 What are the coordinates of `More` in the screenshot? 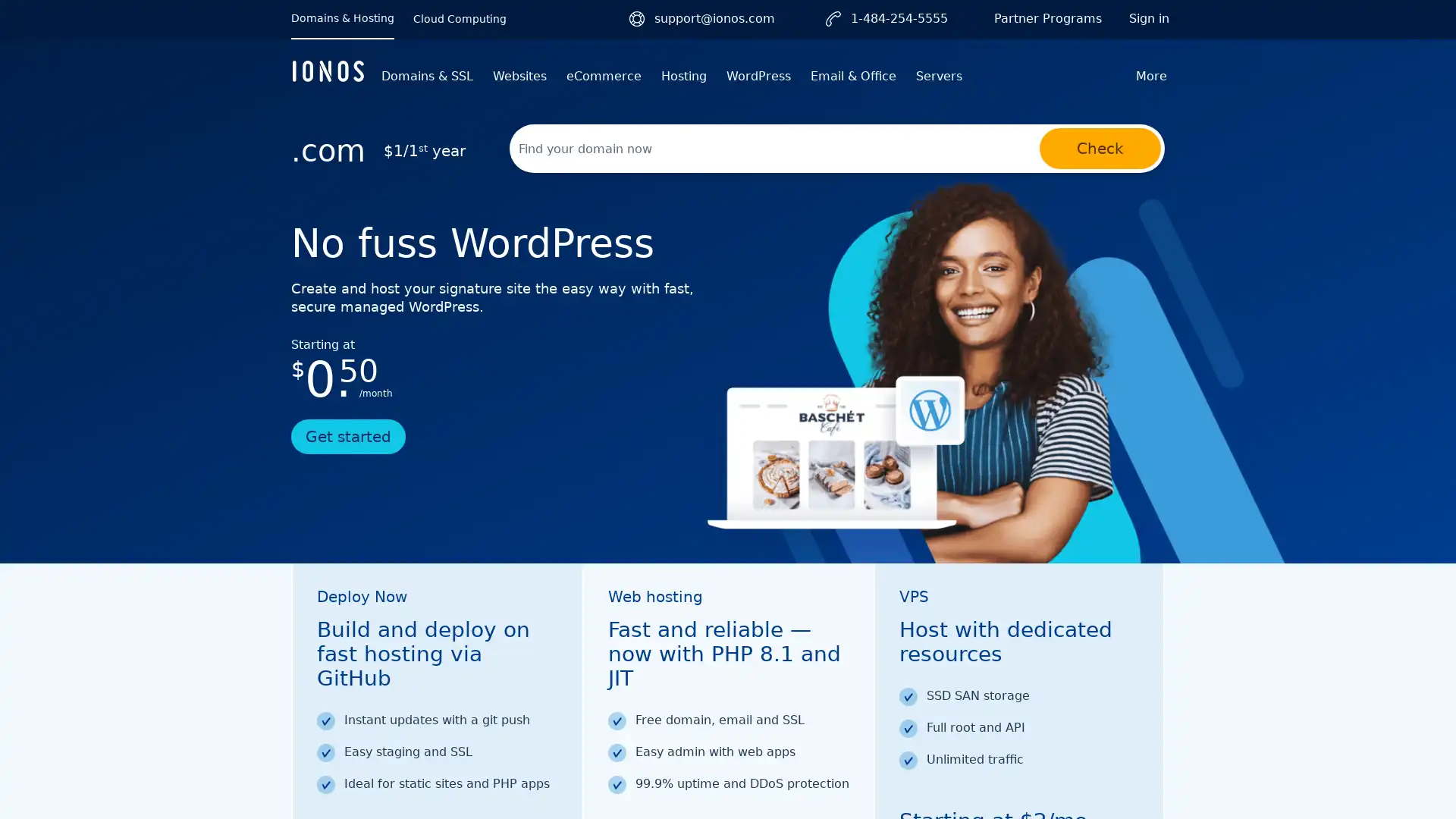 It's located at (1151, 76).